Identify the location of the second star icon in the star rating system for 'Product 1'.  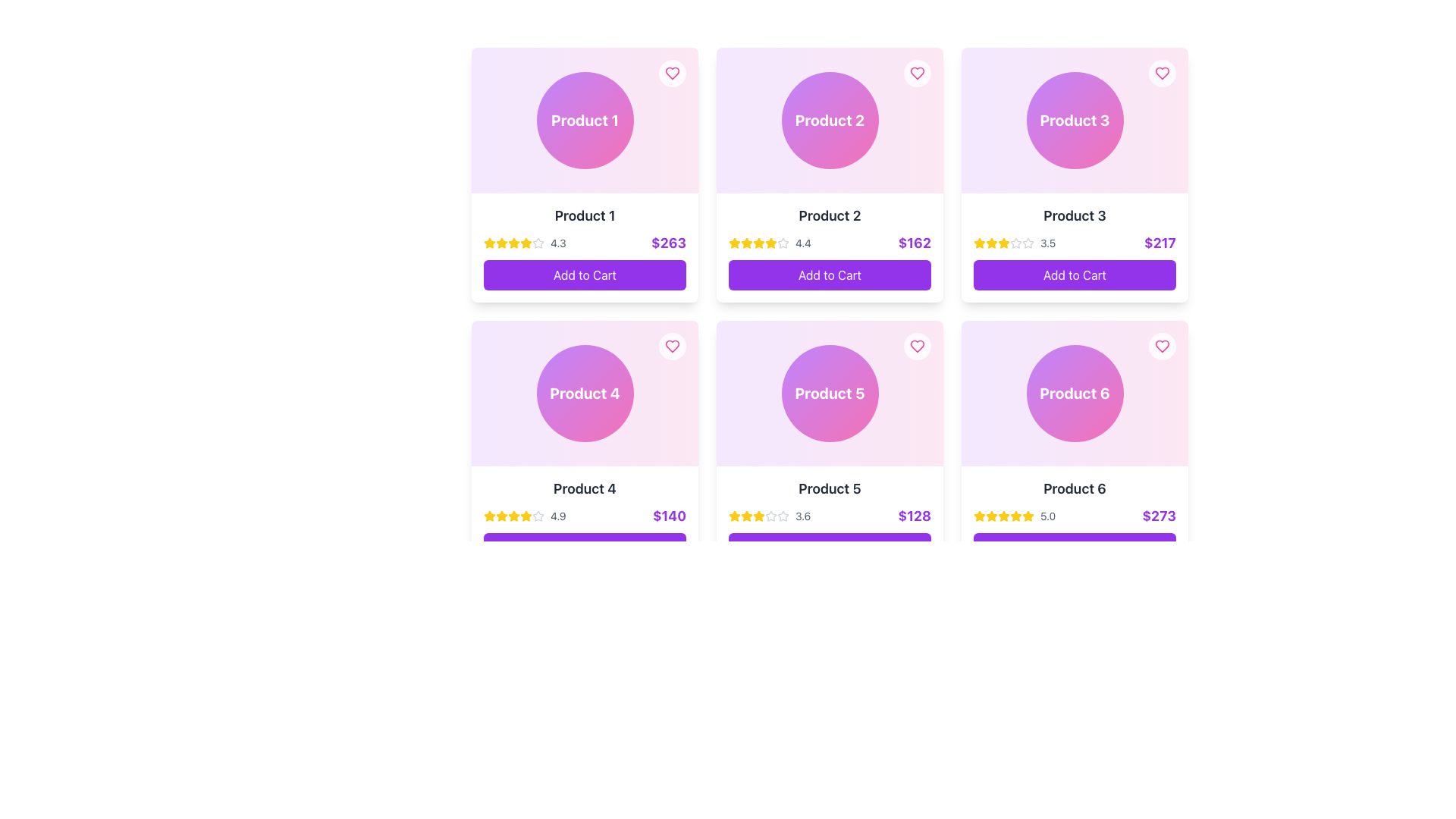
(502, 242).